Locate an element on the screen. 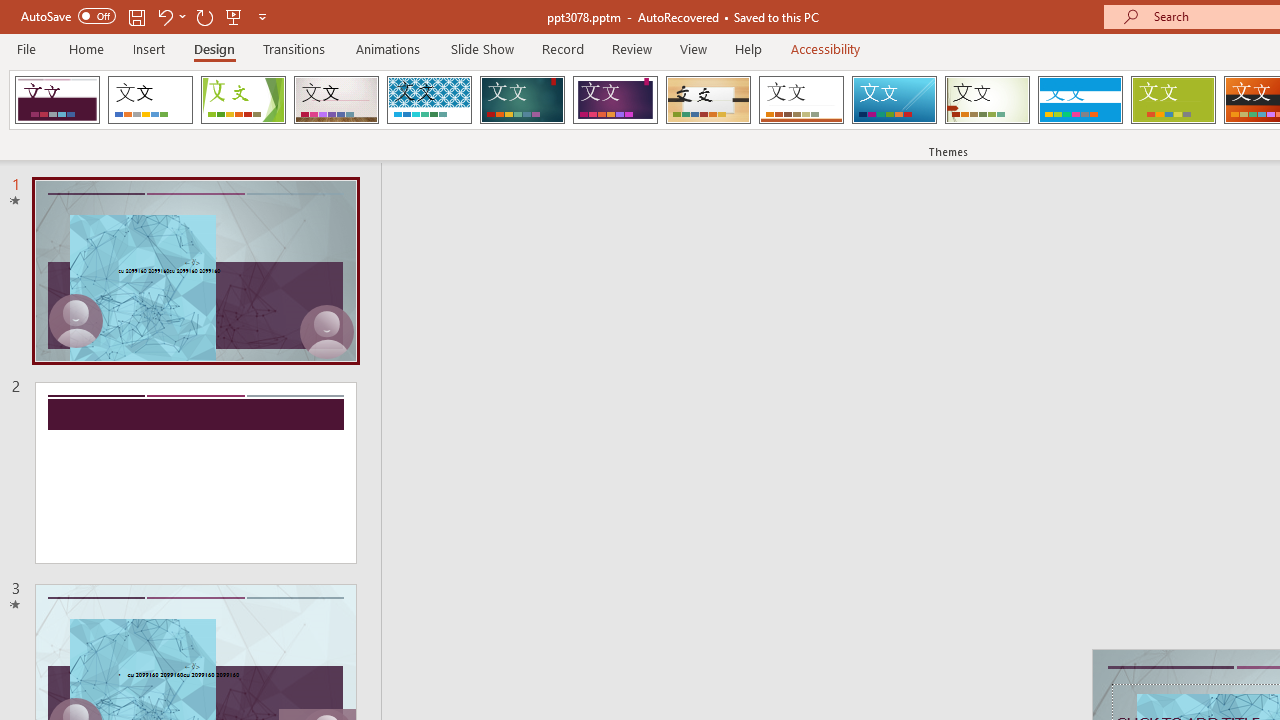 The width and height of the screenshot is (1280, 720). 'Slice' is located at coordinates (893, 100).